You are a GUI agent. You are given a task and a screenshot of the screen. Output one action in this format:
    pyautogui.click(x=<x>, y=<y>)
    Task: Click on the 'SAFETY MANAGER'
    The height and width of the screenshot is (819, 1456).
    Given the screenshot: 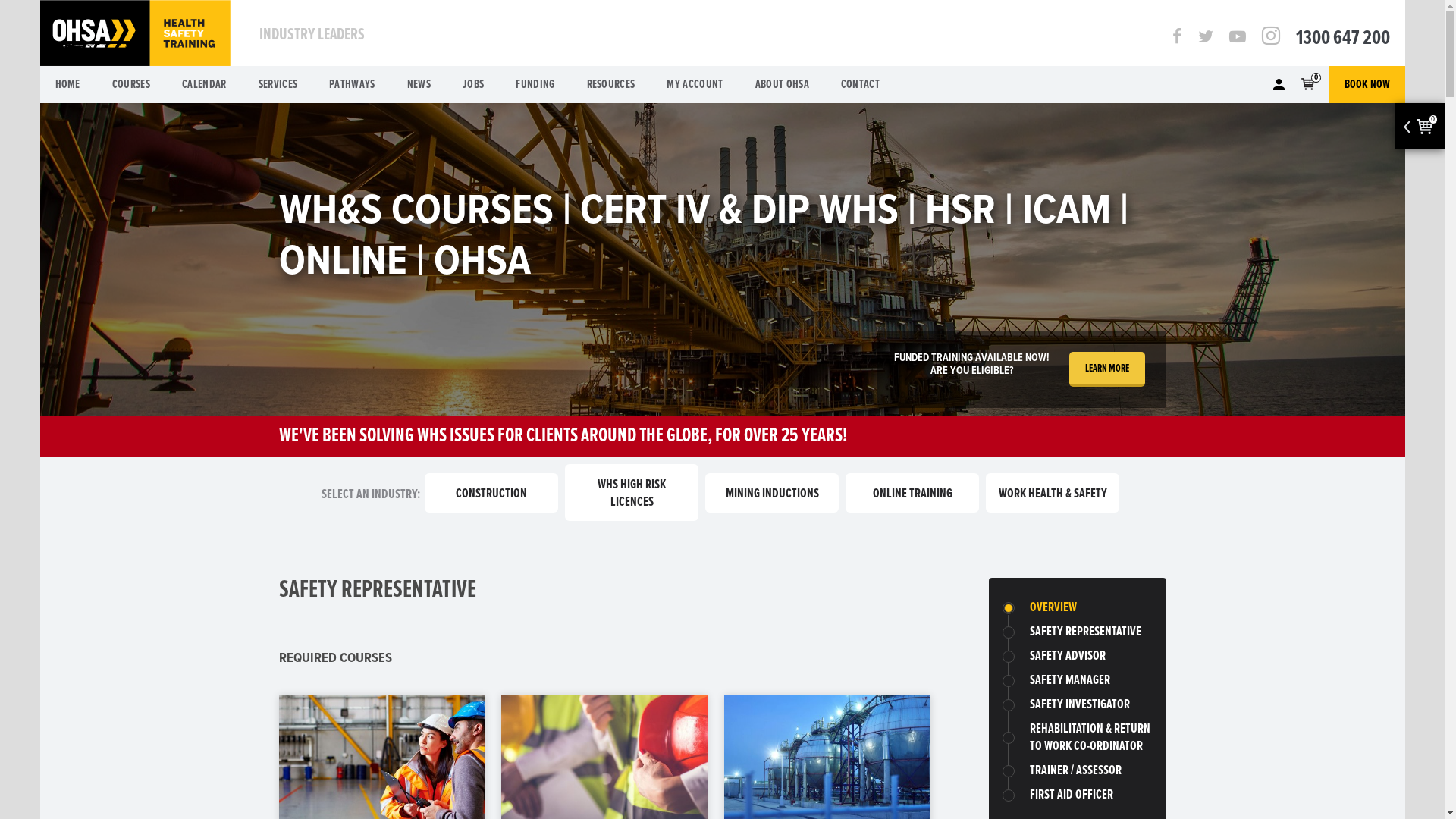 What is the action you would take?
    pyautogui.click(x=1030, y=679)
    